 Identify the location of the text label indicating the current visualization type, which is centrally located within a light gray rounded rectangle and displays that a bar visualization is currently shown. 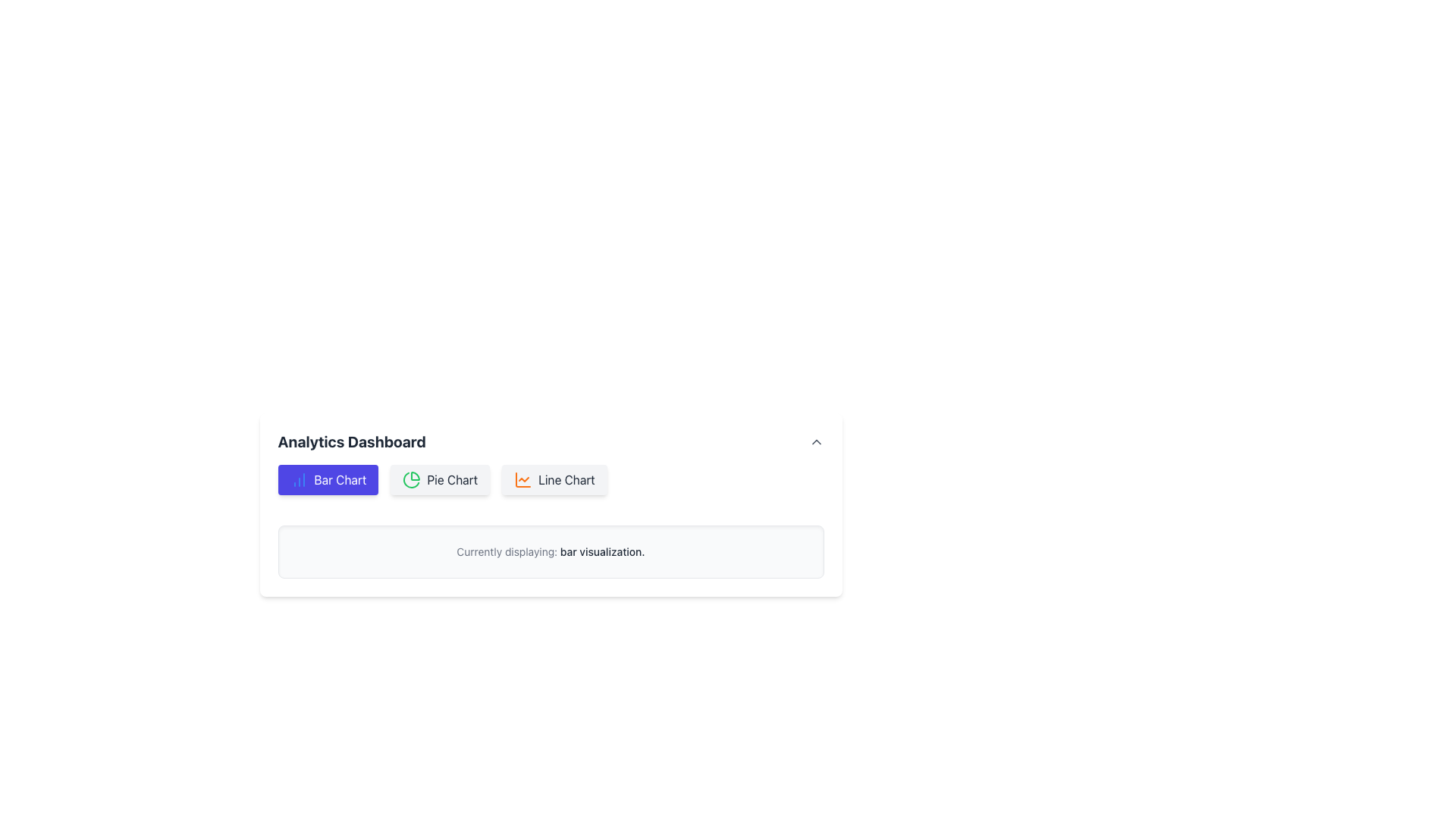
(550, 552).